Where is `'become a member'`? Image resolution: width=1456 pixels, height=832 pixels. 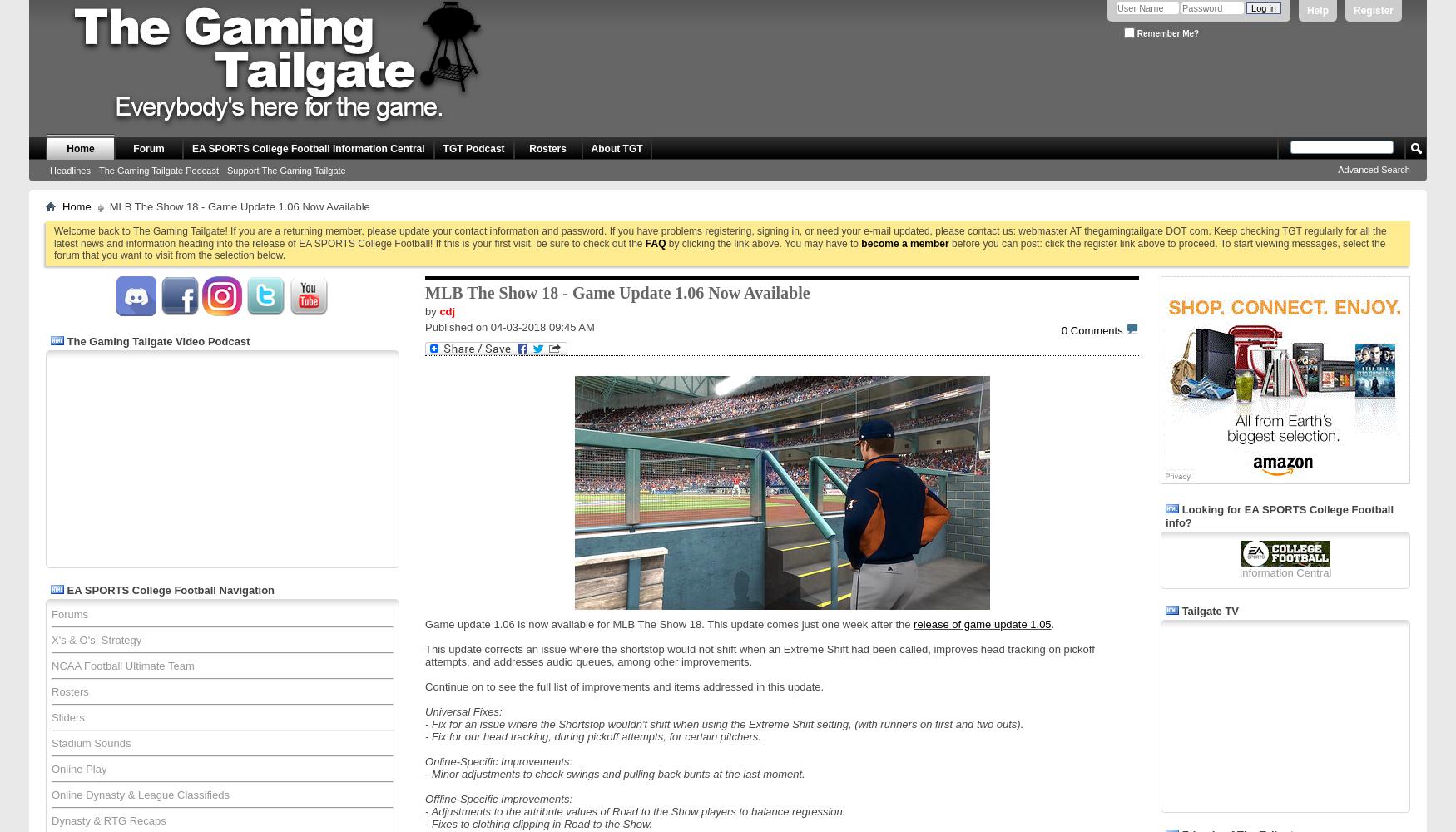 'become a member' is located at coordinates (904, 243).